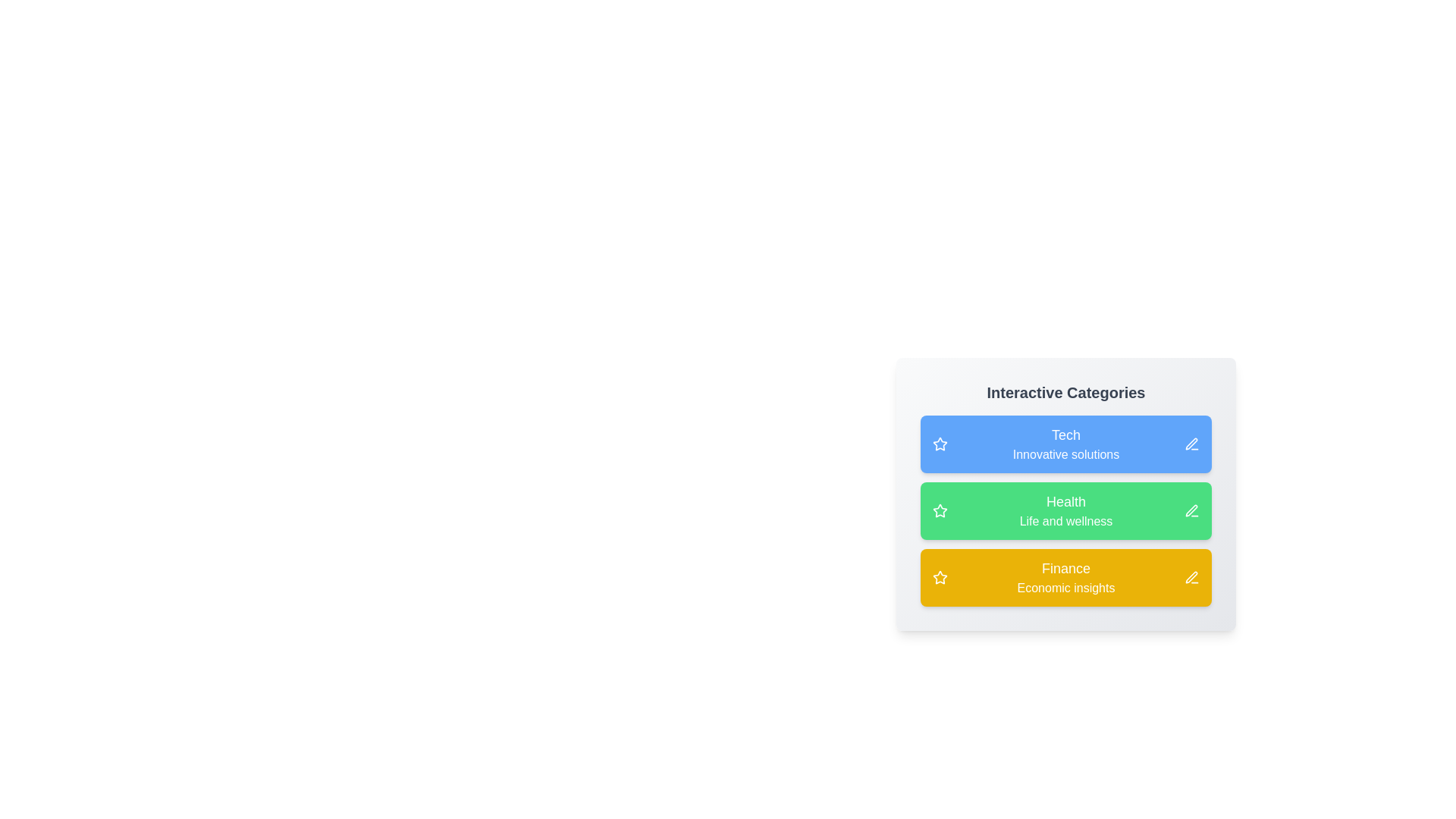  Describe the element at coordinates (939, 511) in the screenshot. I see `star icon next to the category Health` at that location.